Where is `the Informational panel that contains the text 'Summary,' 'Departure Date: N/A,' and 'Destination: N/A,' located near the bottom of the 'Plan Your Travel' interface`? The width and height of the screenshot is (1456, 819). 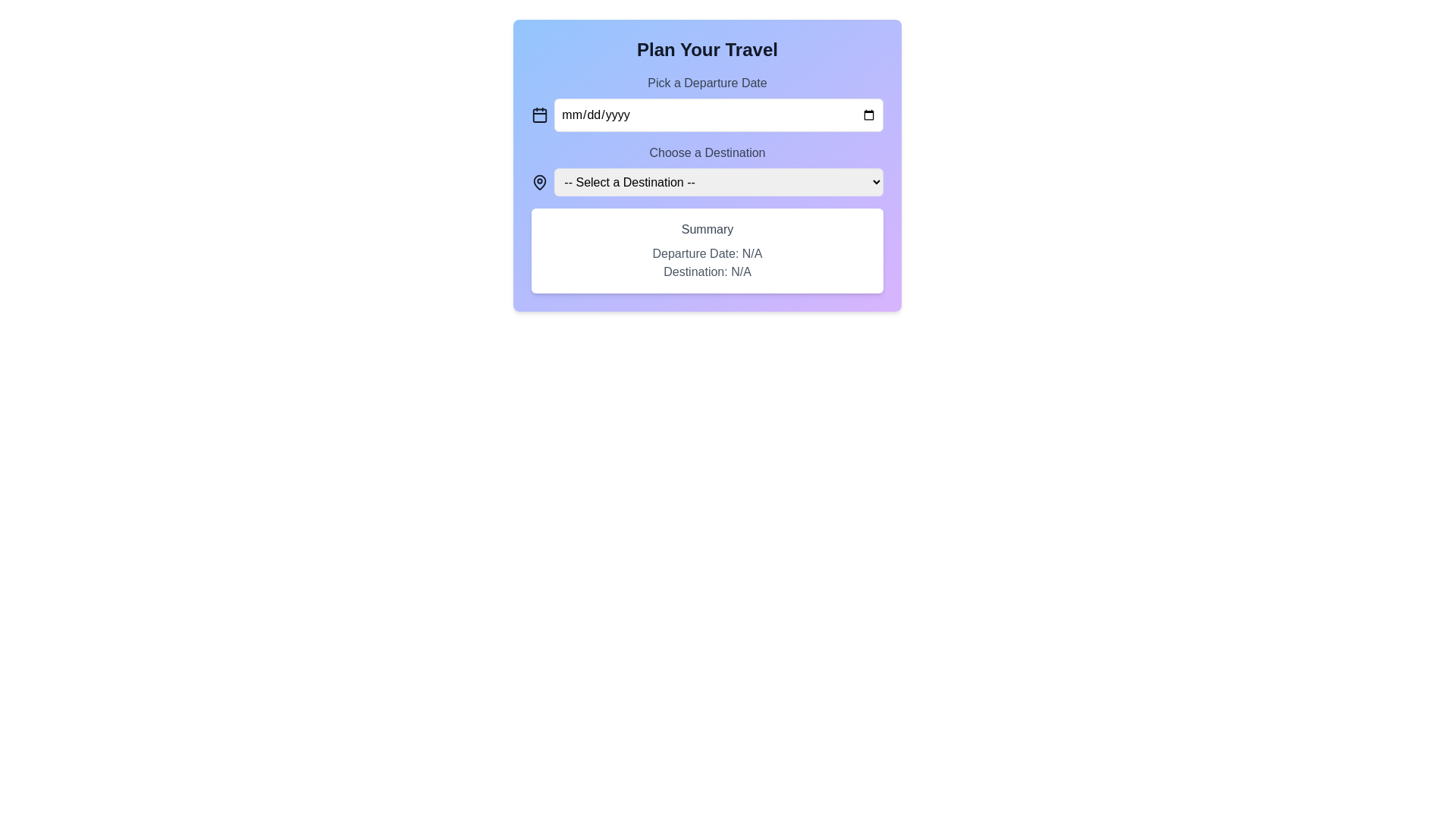
the Informational panel that contains the text 'Summary,' 'Departure Date: N/A,' and 'Destination: N/A,' located near the bottom of the 'Plan Your Travel' interface is located at coordinates (706, 250).